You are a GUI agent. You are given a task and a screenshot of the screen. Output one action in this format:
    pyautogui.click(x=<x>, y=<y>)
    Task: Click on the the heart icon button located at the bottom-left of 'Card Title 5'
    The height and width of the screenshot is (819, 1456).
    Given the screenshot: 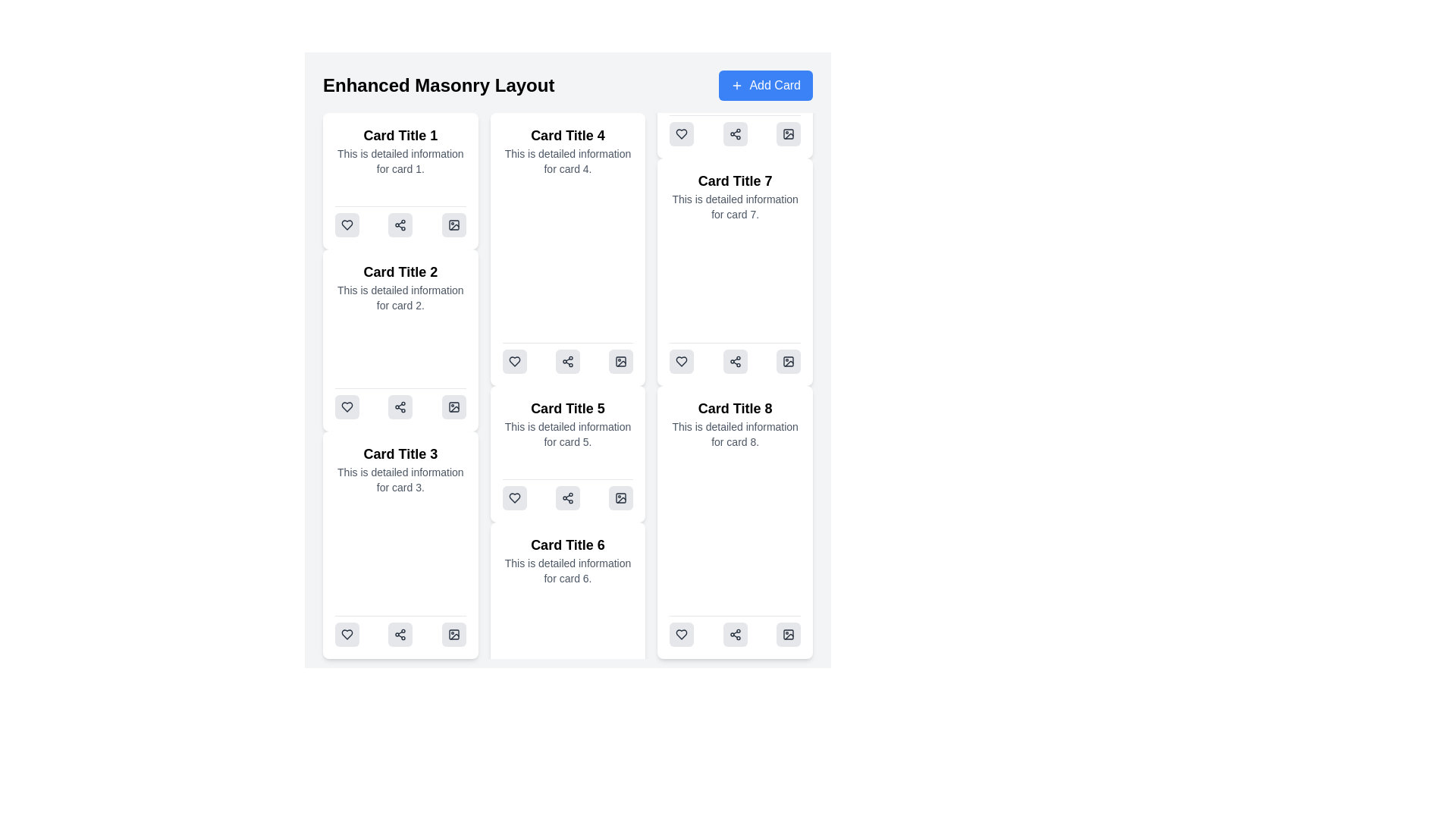 What is the action you would take?
    pyautogui.click(x=514, y=497)
    